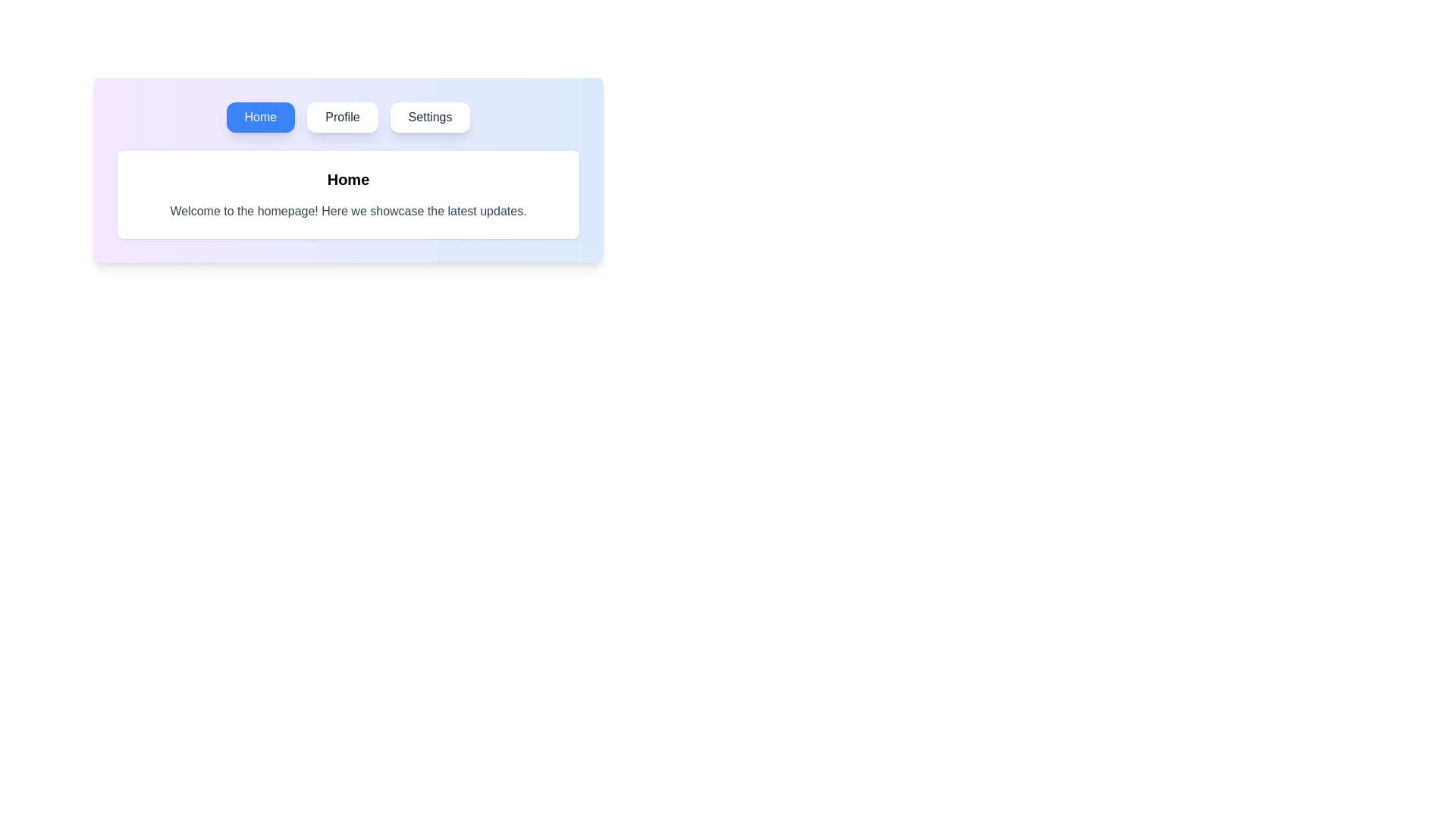 This screenshot has width=1456, height=819. Describe the element at coordinates (341, 116) in the screenshot. I see `the tab labeled Profile to preview its hover state` at that location.